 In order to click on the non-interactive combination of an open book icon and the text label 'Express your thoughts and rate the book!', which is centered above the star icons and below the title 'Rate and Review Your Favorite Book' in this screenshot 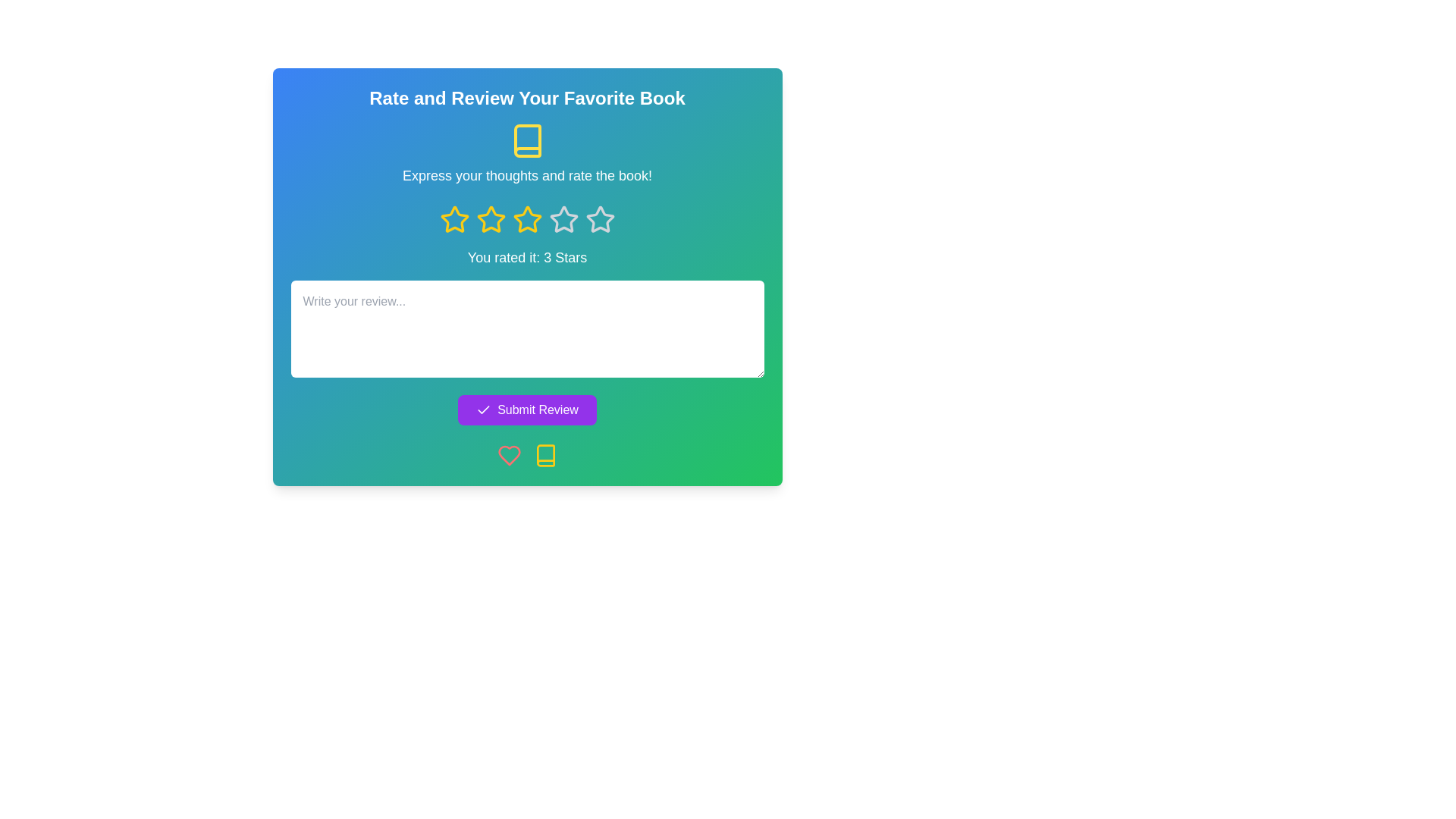, I will do `click(527, 155)`.